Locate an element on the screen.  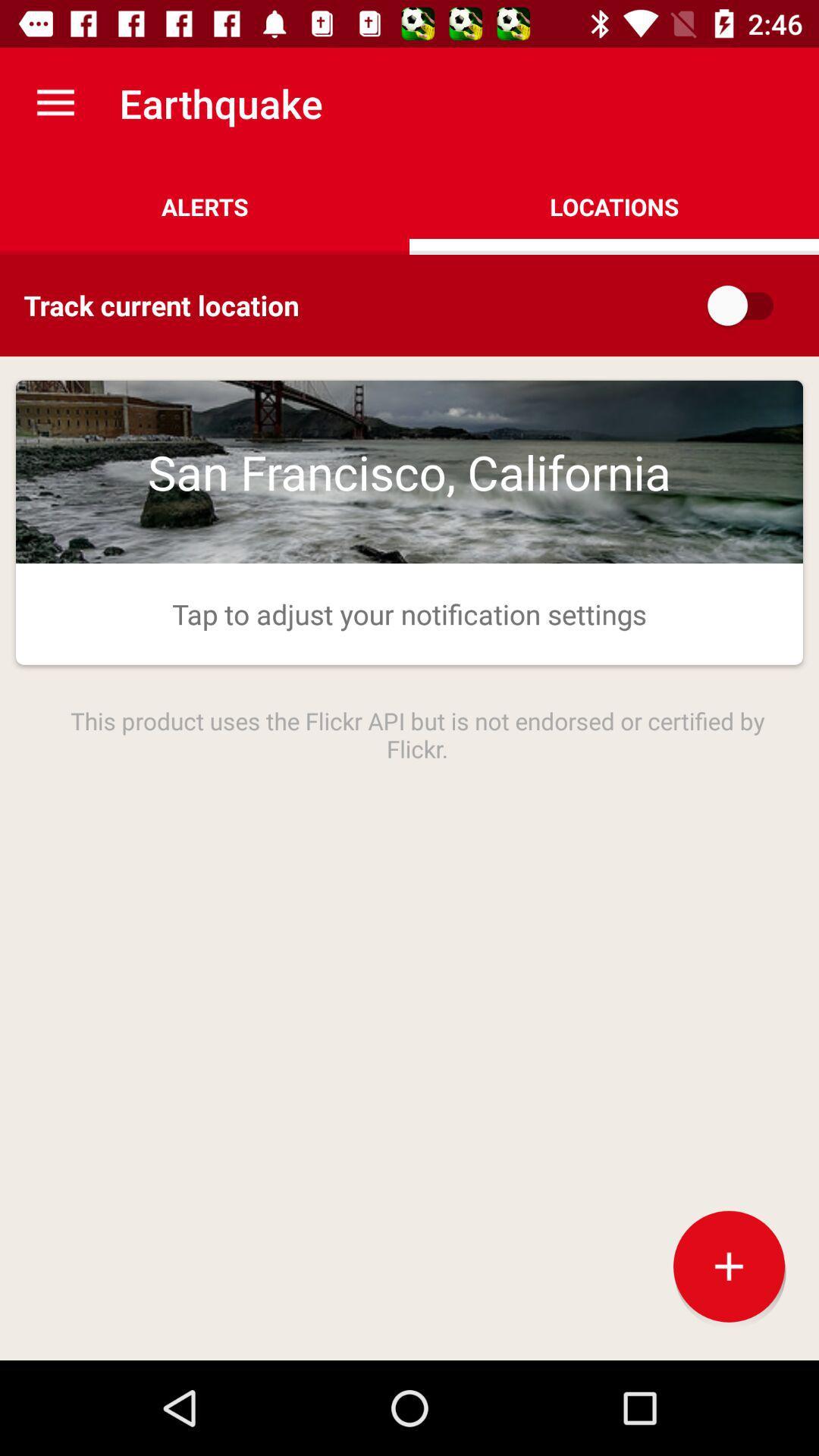
the alerts app is located at coordinates (205, 206).